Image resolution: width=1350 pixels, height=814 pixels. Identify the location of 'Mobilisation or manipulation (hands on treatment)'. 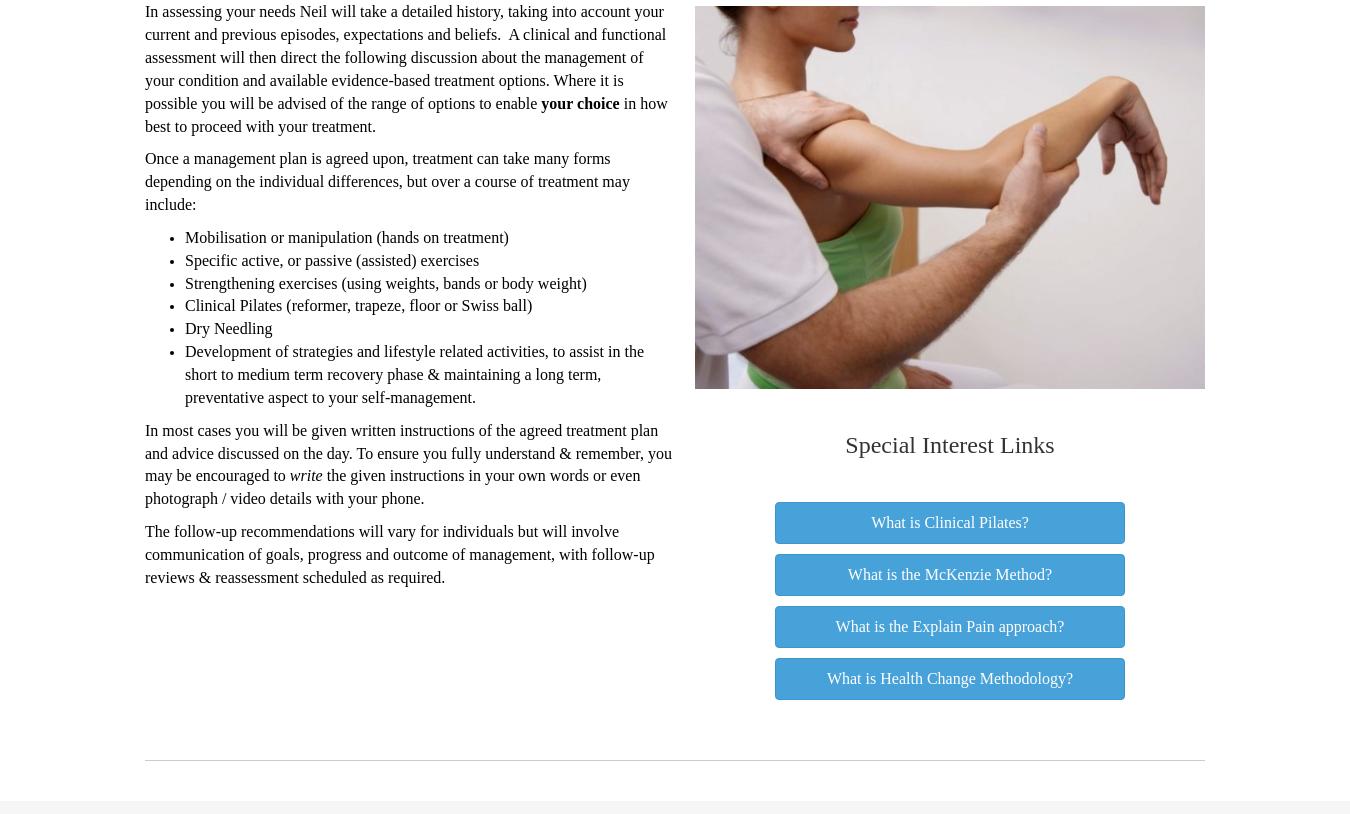
(346, 236).